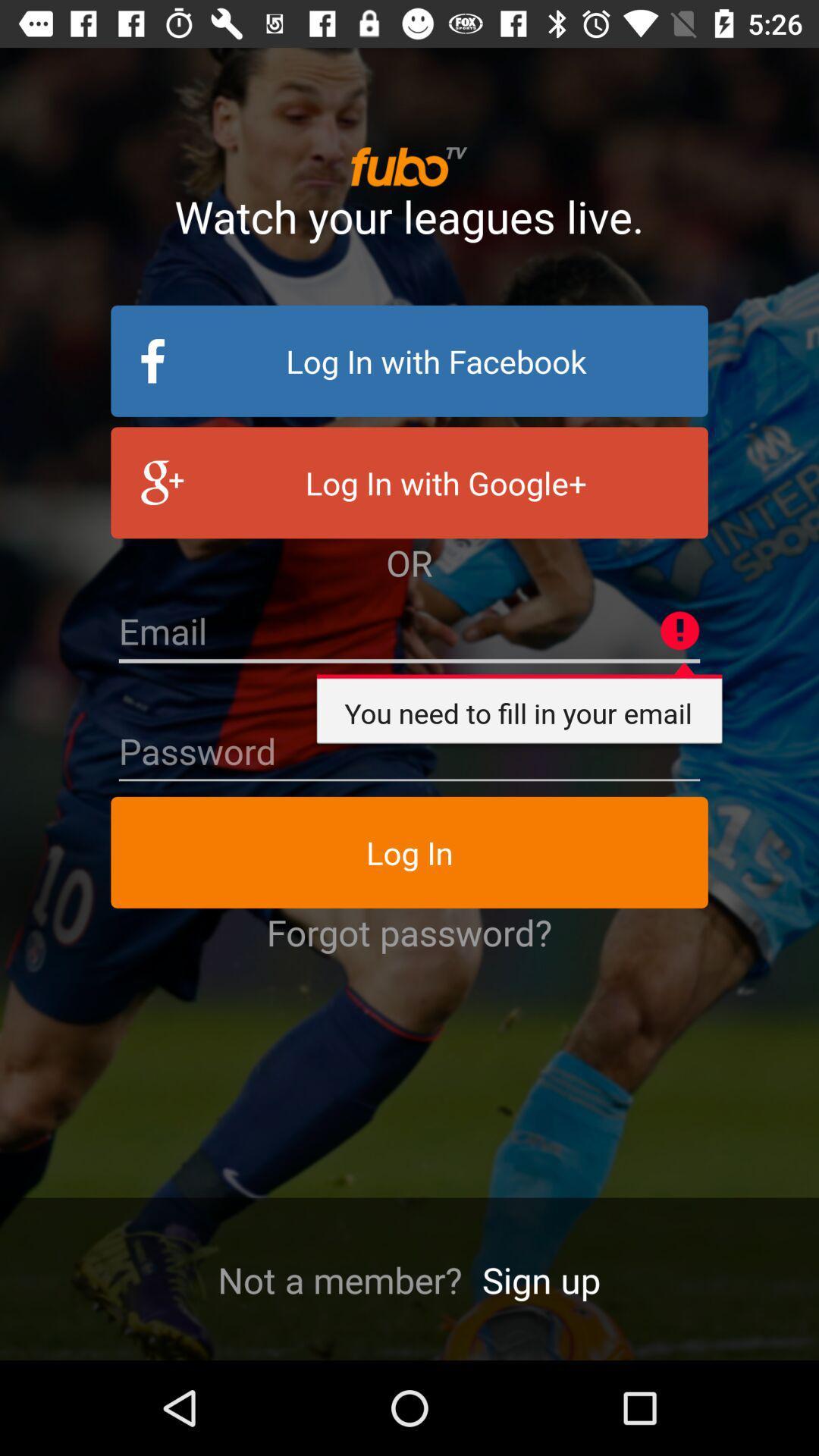 Image resolution: width=819 pixels, height=1456 pixels. I want to click on the forgot password?, so click(409, 931).